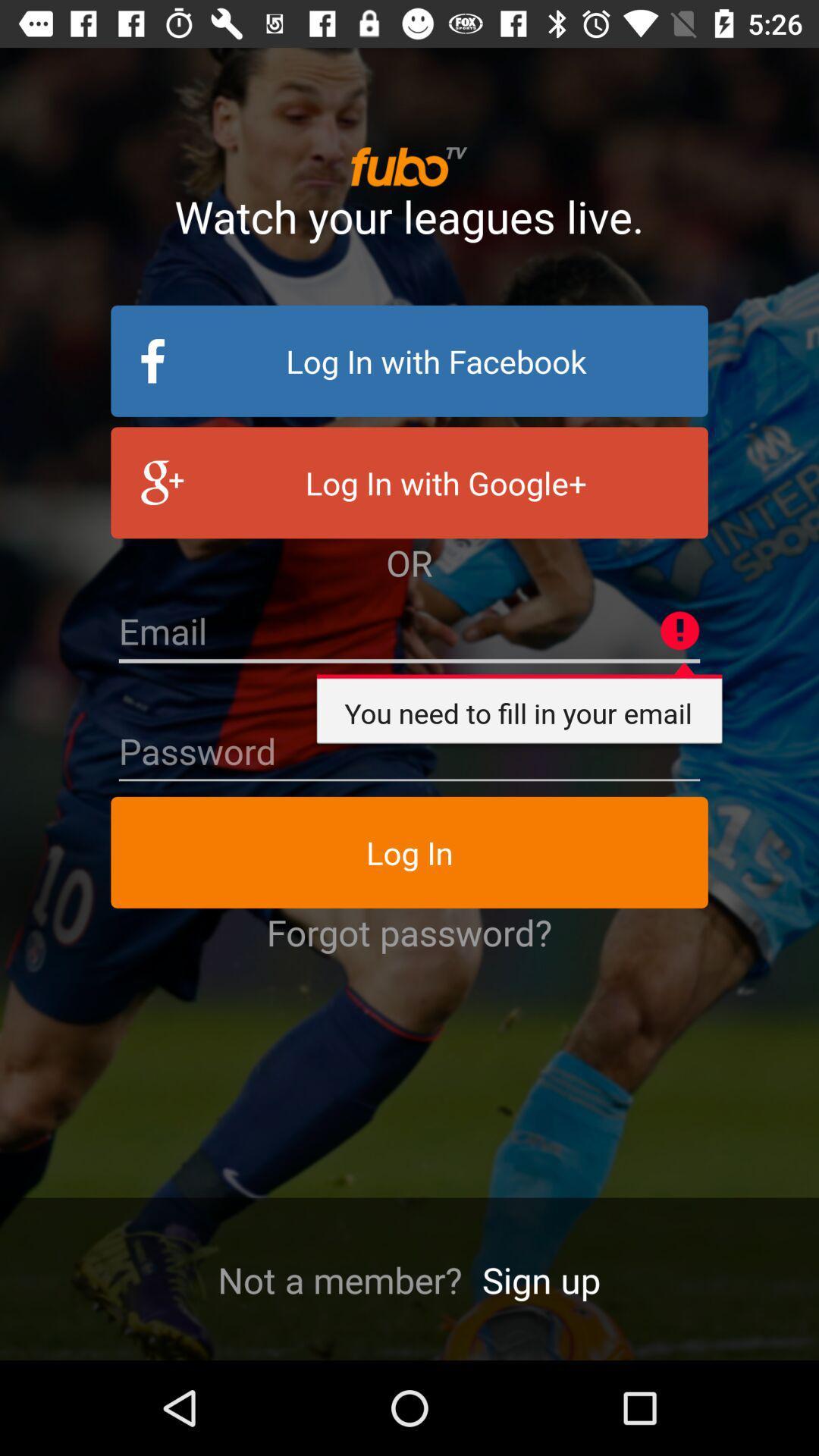 Image resolution: width=819 pixels, height=1456 pixels. I want to click on the forgot password?, so click(409, 931).